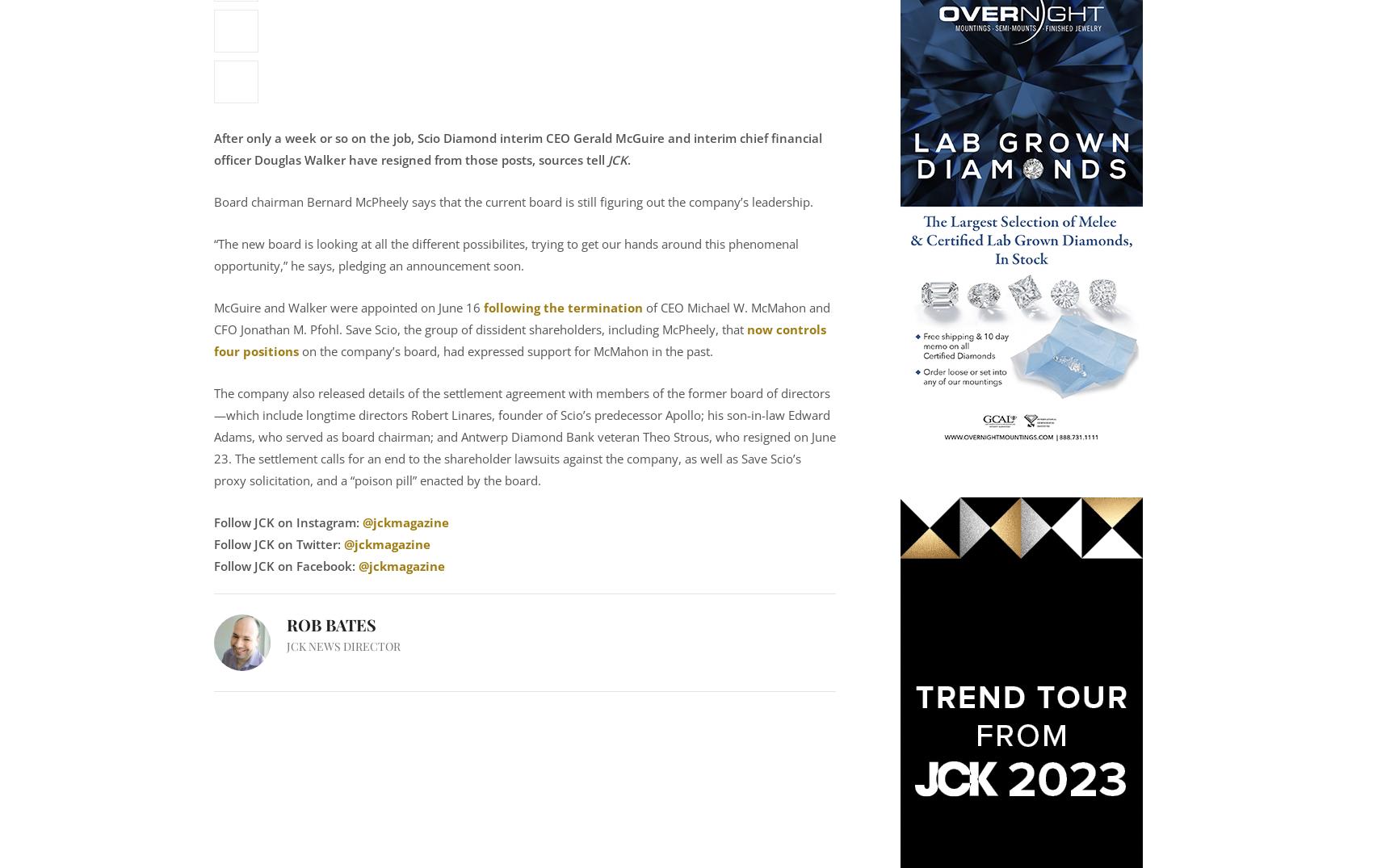 The width and height of the screenshot is (1373, 868). Describe the element at coordinates (343, 644) in the screenshot. I see `'JCK News Director'` at that location.